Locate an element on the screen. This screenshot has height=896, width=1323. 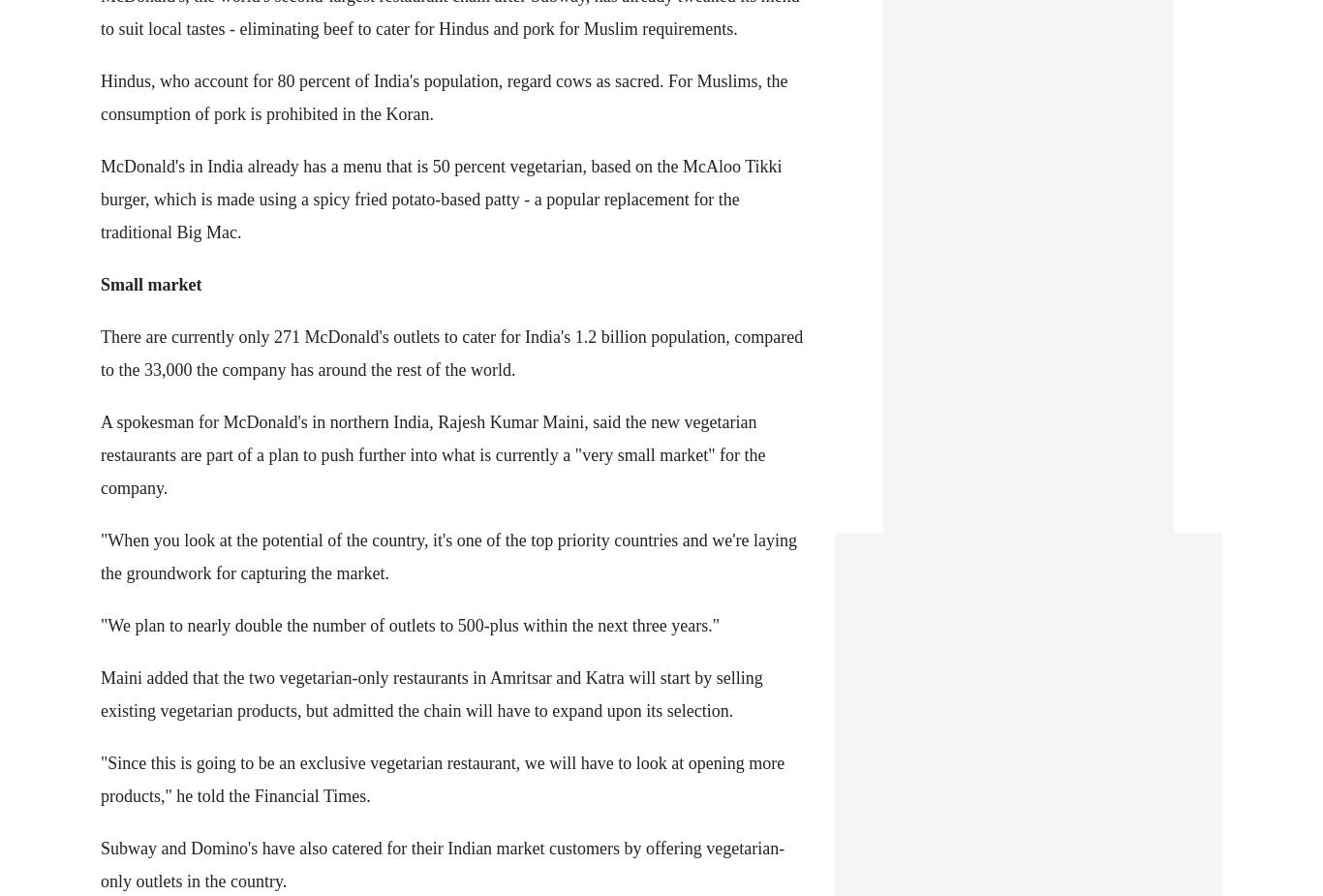
'A spokesman for McDonald's in northern India, Rajesh Kumar Maini, said the new vegetarian restaurants are part of a plan to push further into what is currently a "very small market" for the company.' is located at coordinates (431, 453).